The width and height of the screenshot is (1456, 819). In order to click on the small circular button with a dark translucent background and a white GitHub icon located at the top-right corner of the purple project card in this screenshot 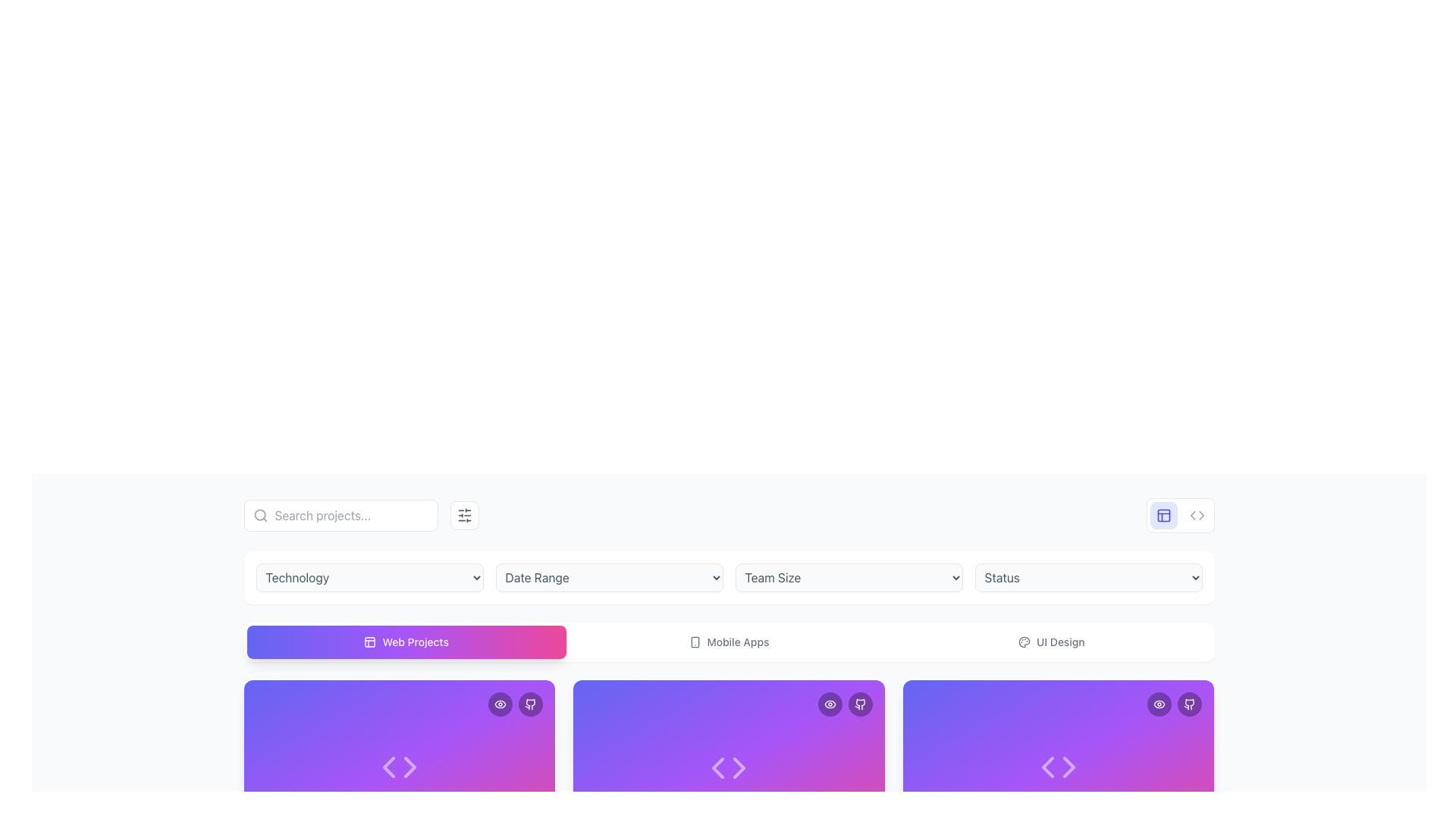, I will do `click(1189, 704)`.